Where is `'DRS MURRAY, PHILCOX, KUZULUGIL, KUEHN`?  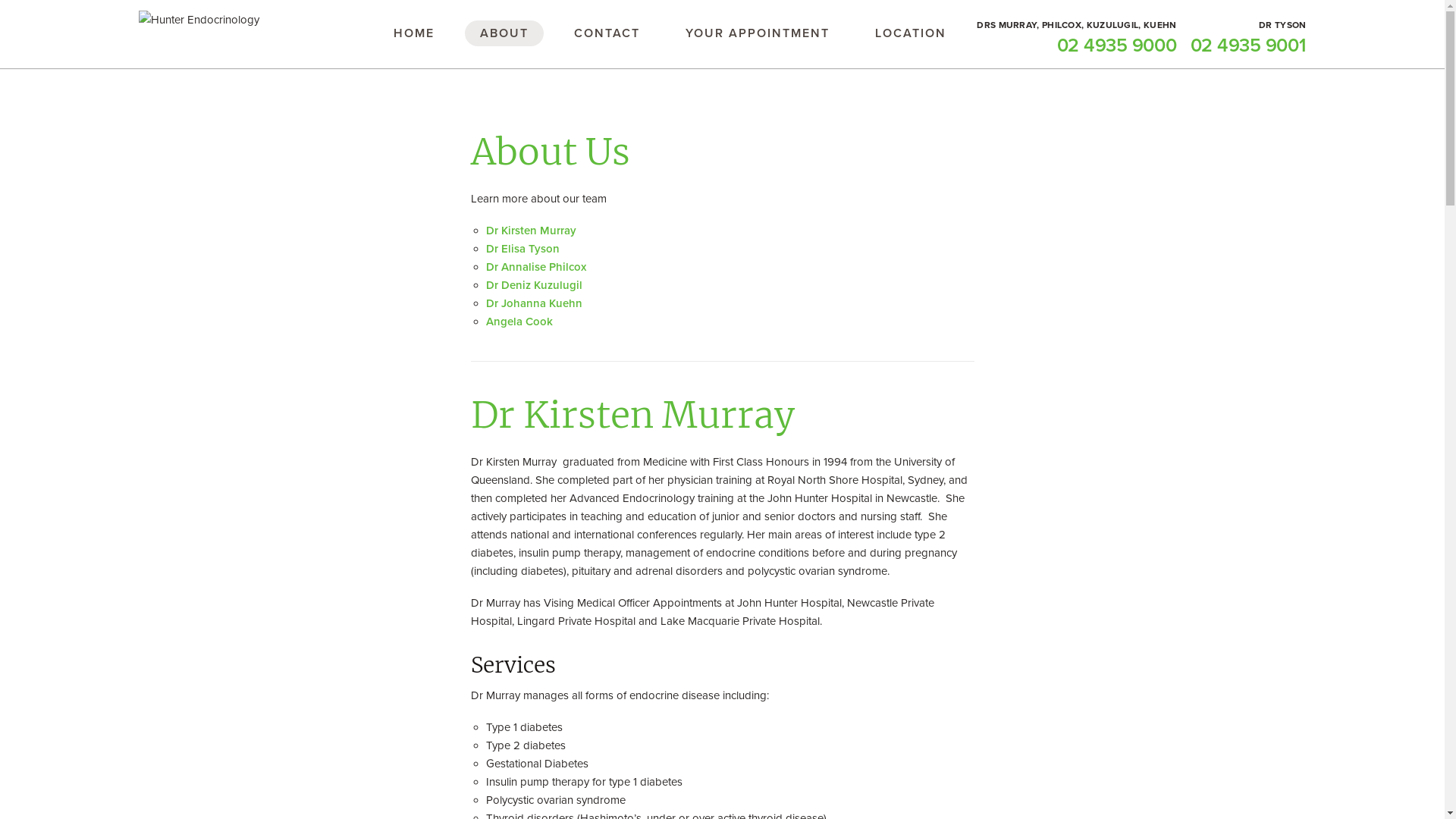 'DRS MURRAY, PHILCOX, KUZULUGIL, KUEHN is located at coordinates (1075, 37).